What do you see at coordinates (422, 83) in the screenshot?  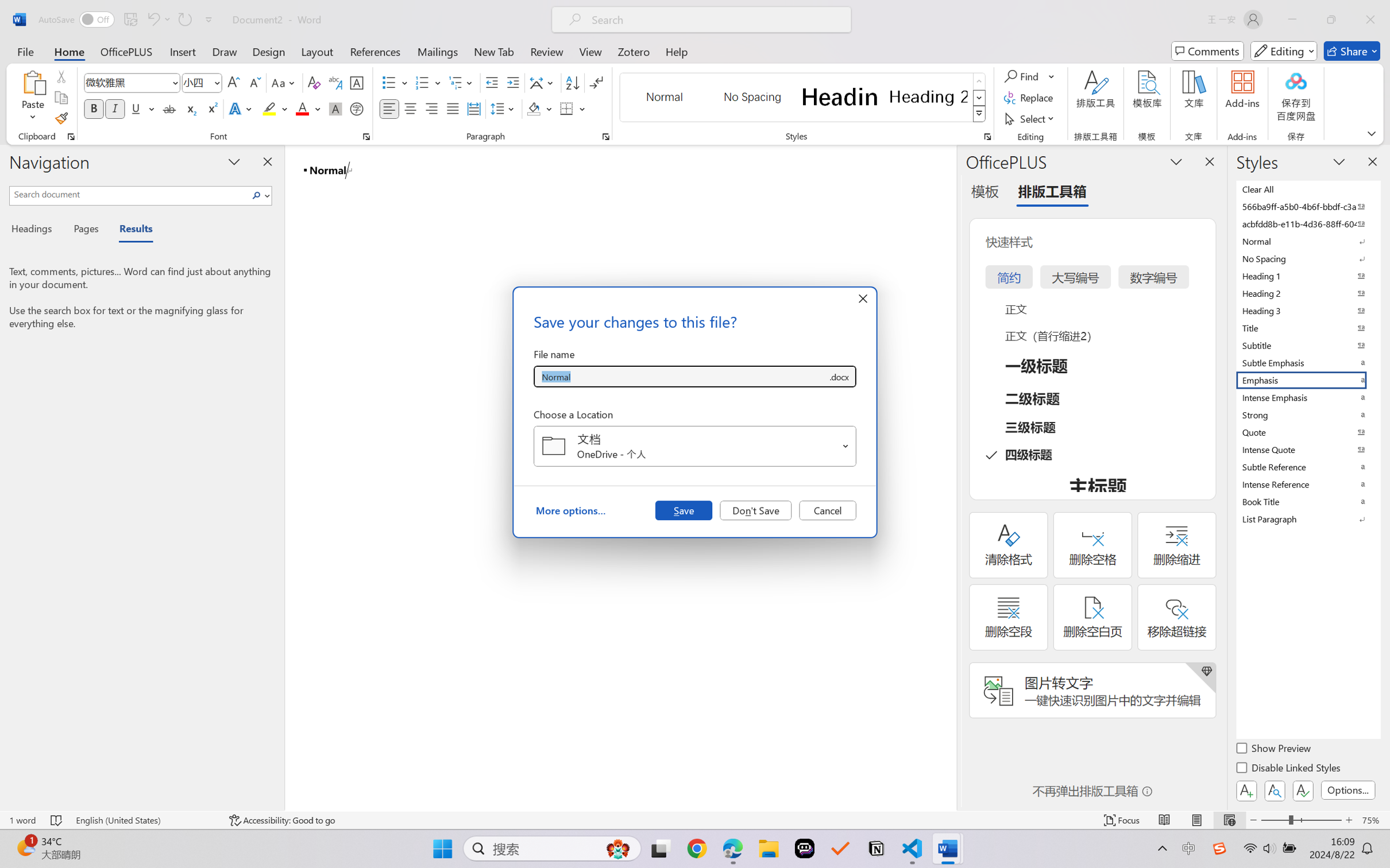 I see `'Numbering'` at bounding box center [422, 83].